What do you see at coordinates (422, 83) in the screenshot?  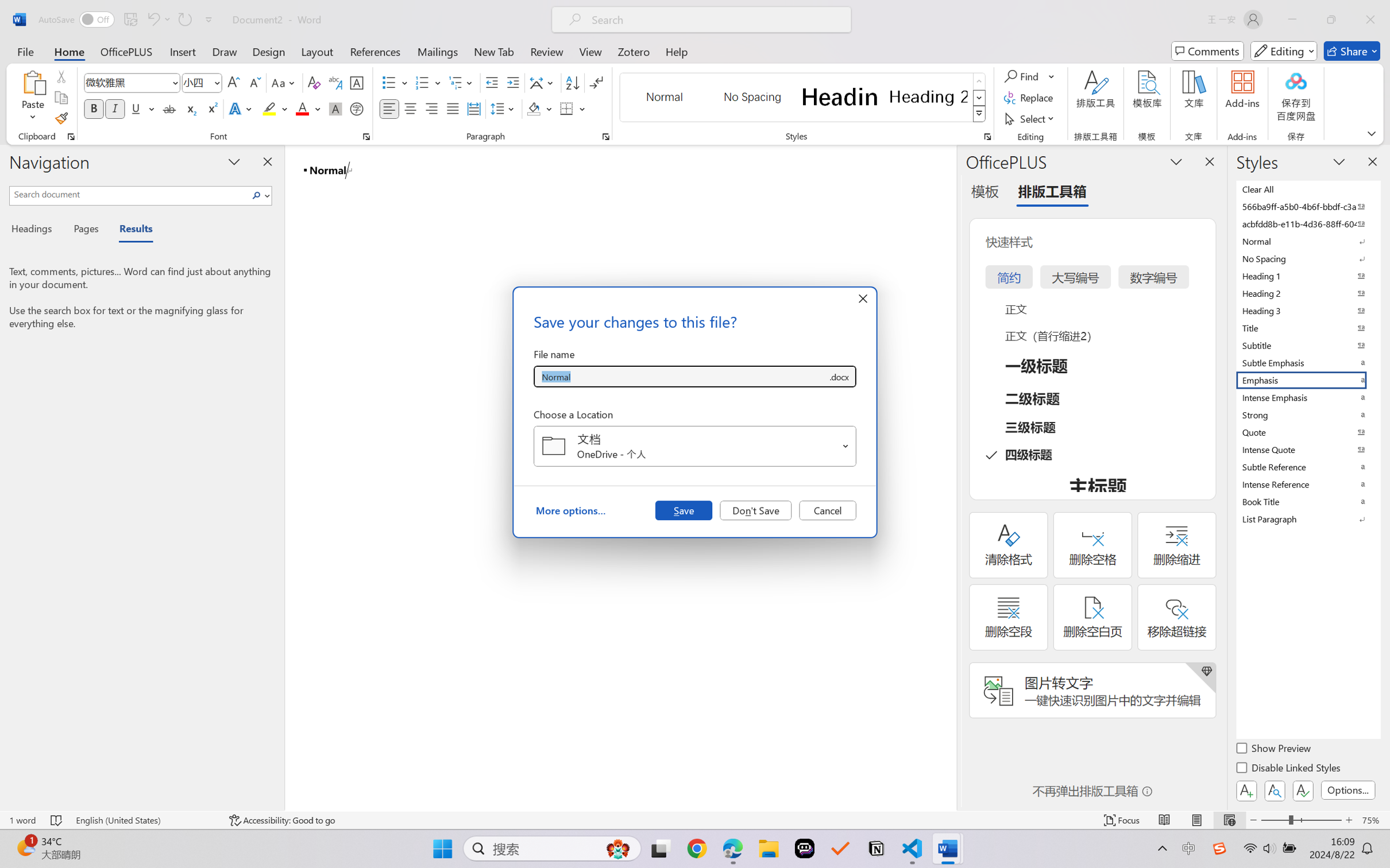 I see `'Numbering'` at bounding box center [422, 83].